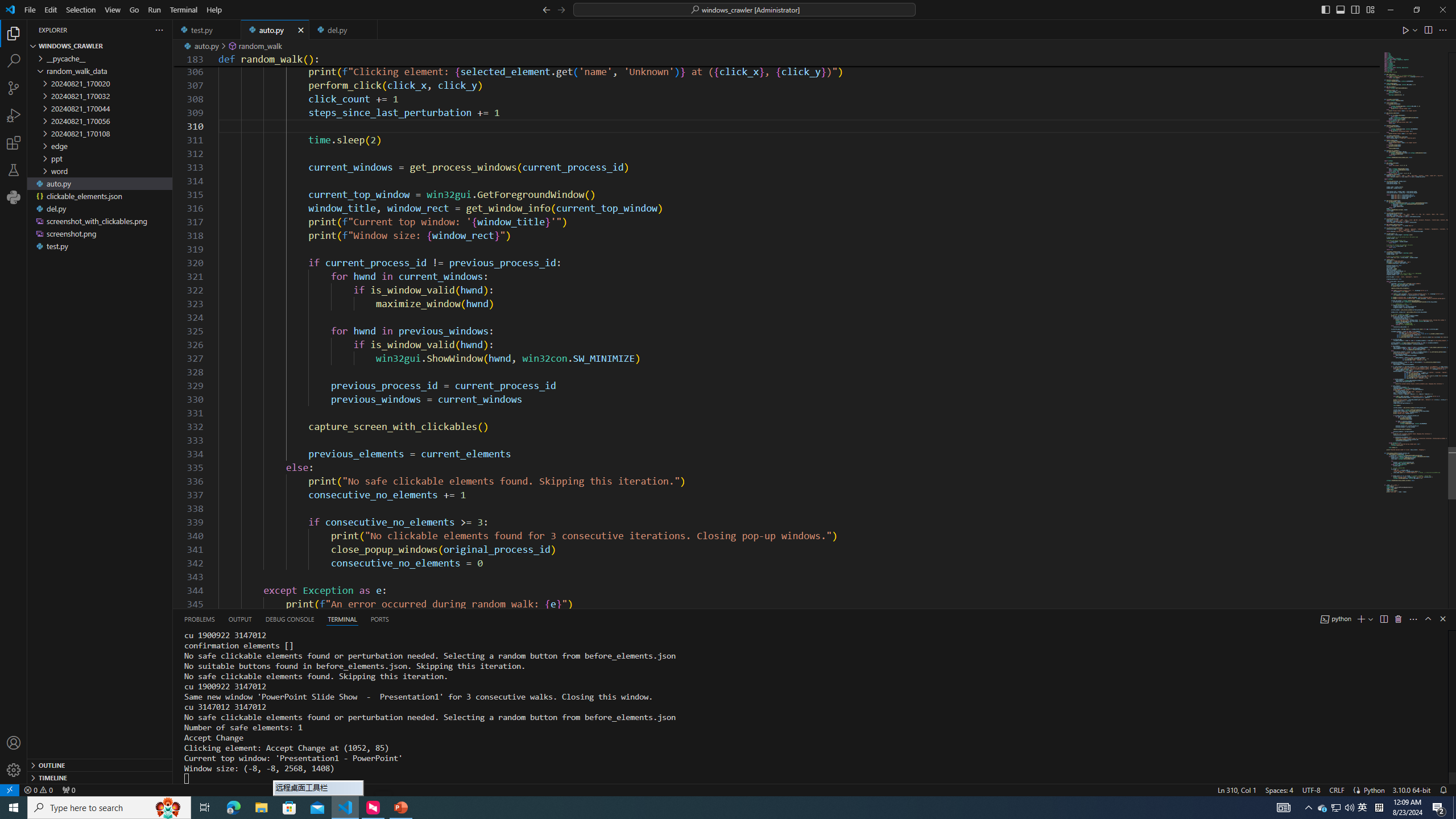 This screenshot has width=1456, height=819. What do you see at coordinates (1384, 618) in the screenshot?
I see `'Split Terminal (Ctrl+Shift+5)'` at bounding box center [1384, 618].